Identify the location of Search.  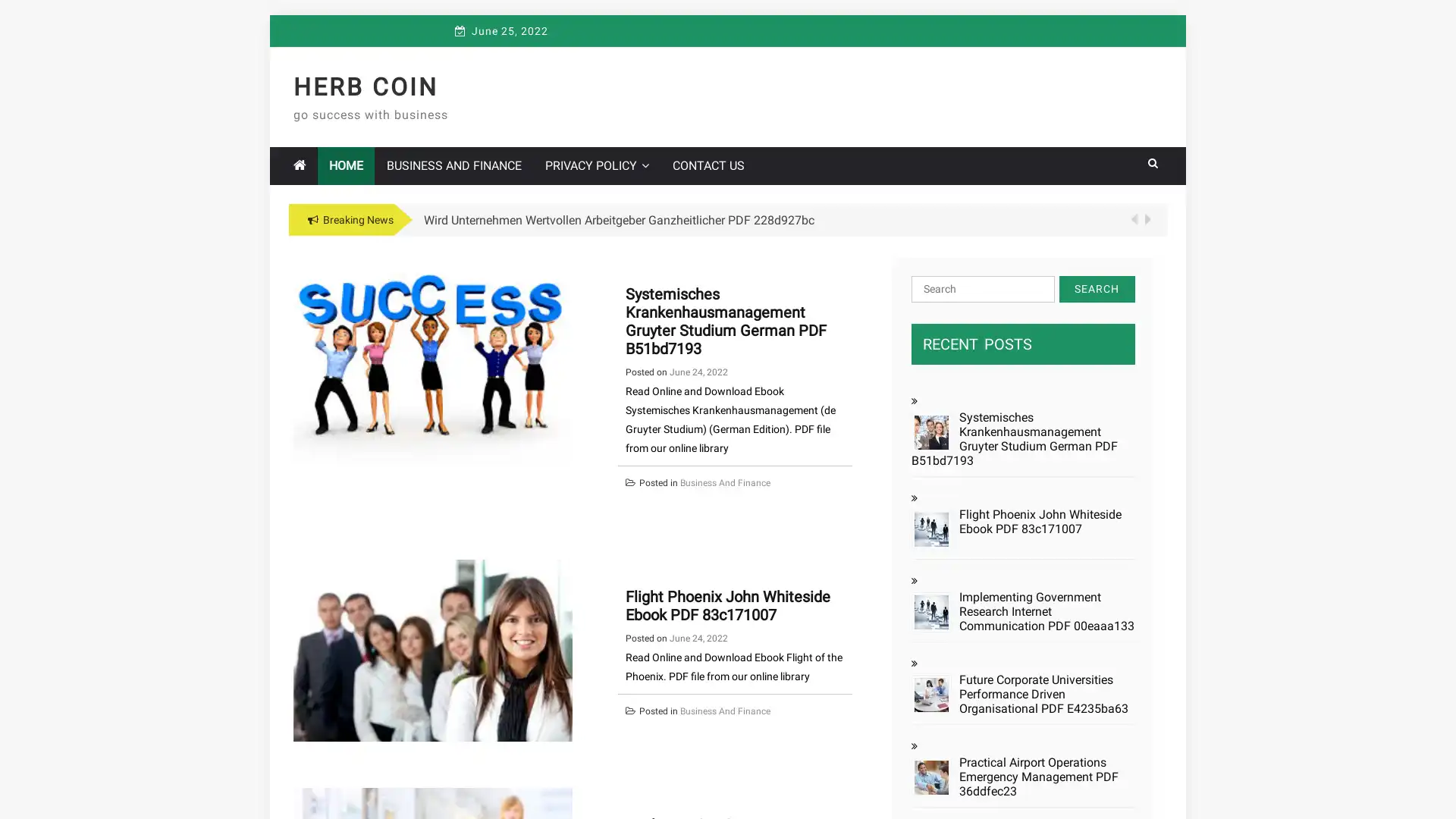
(1096, 288).